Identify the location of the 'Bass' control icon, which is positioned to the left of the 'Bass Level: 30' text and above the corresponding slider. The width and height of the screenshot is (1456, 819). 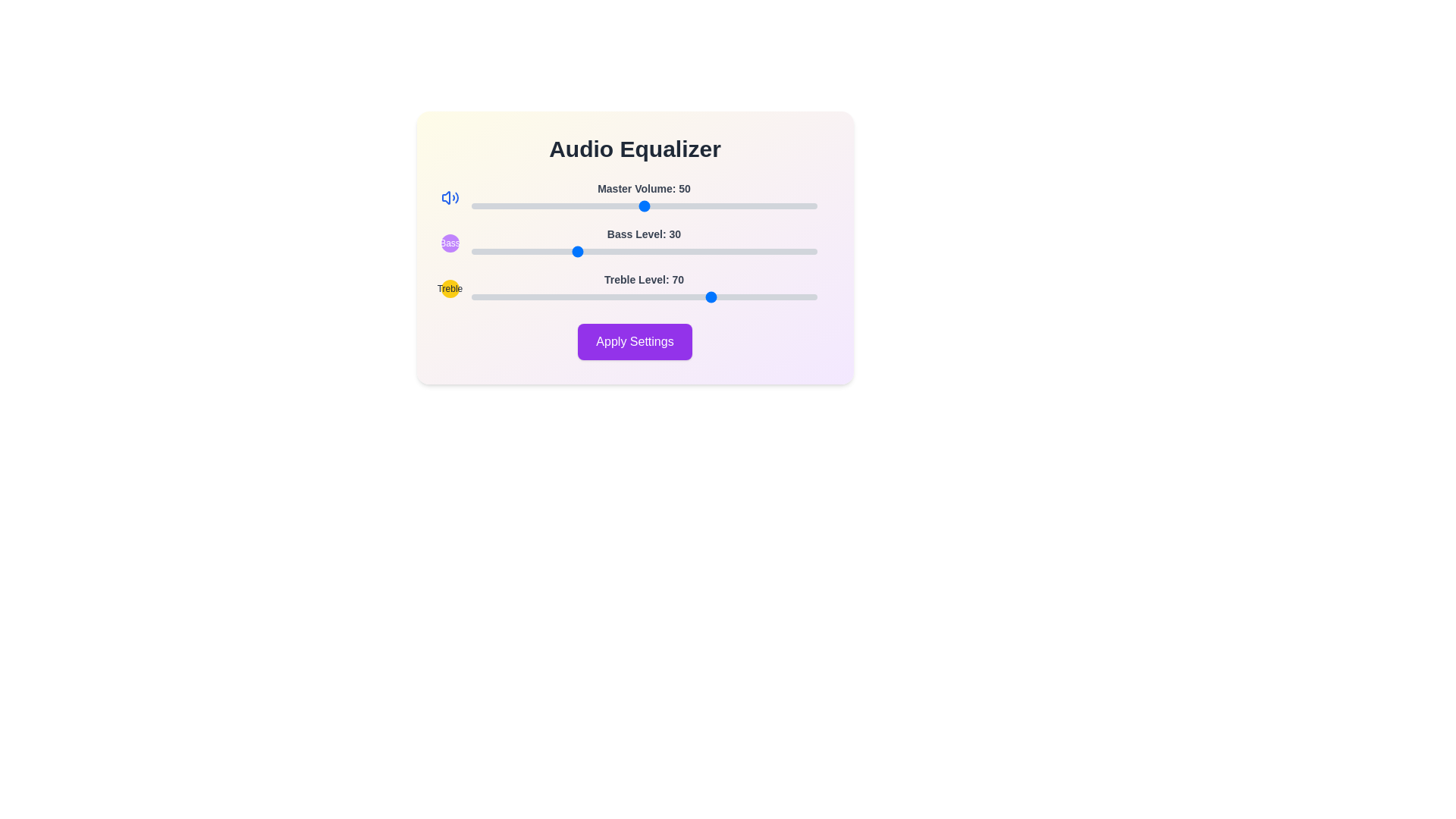
(449, 242).